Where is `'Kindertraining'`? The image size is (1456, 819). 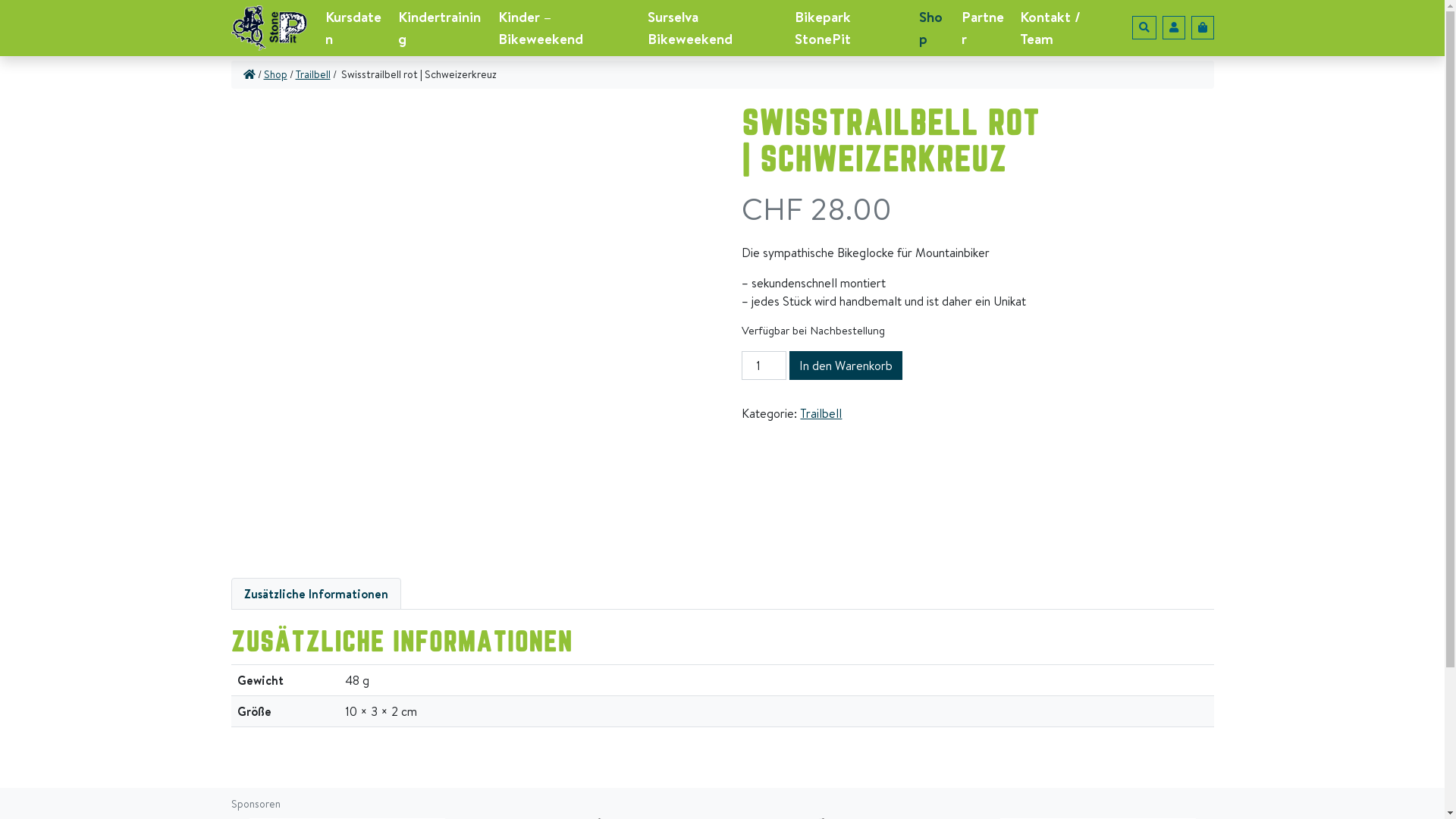
'Kindertraining' is located at coordinates (441, 28).